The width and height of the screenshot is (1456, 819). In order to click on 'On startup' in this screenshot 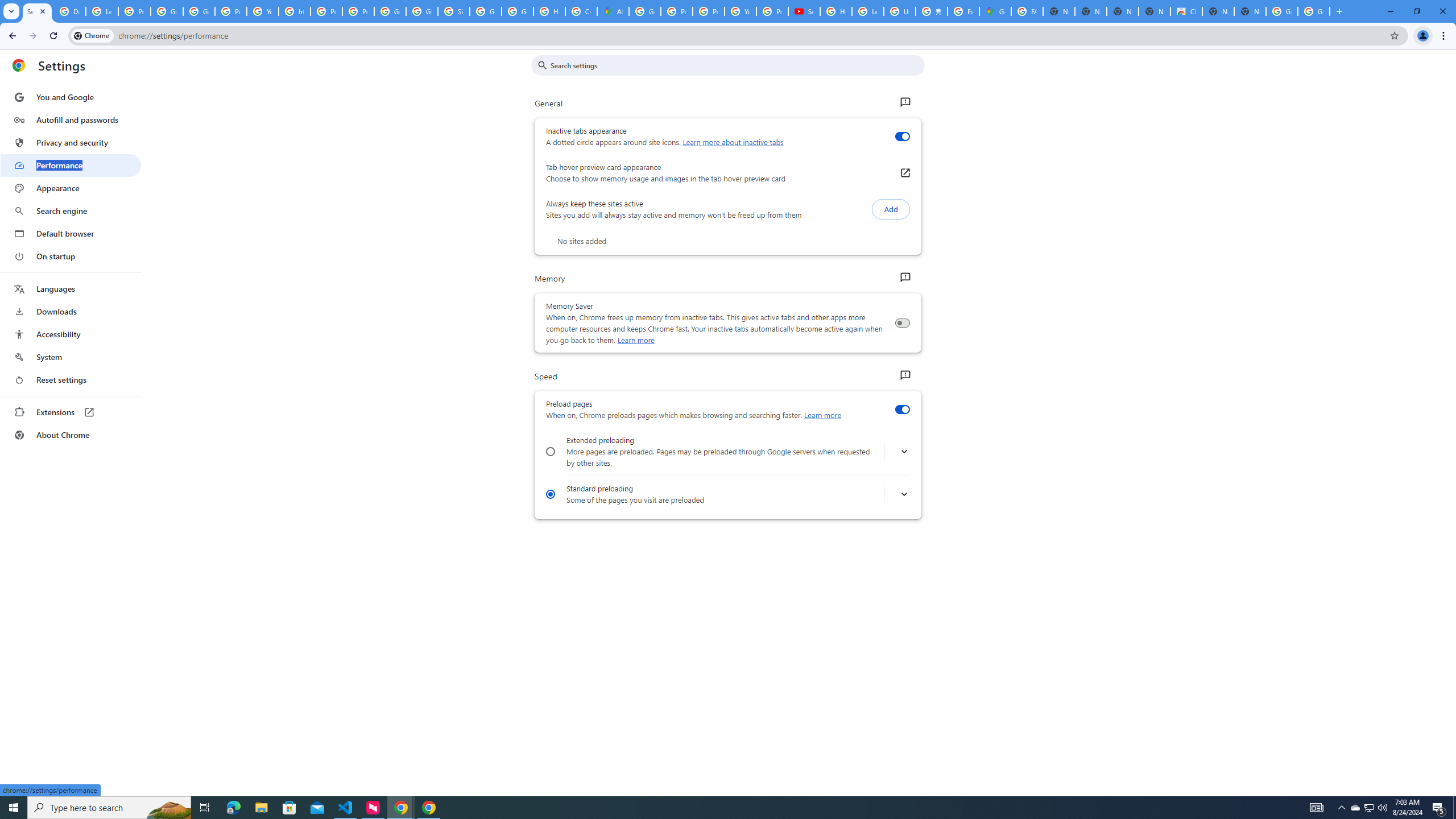, I will do `click(70, 255)`.